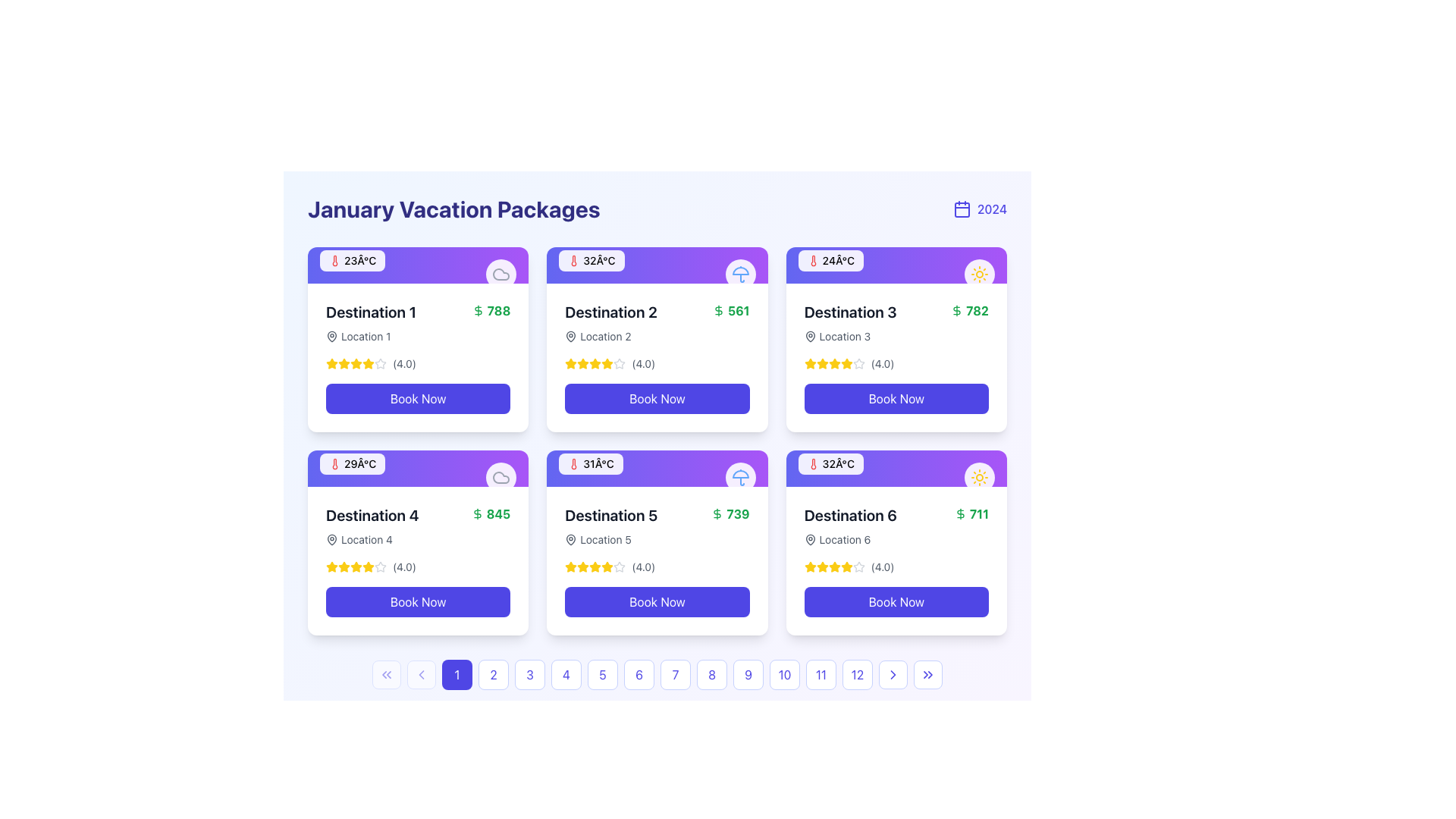 The width and height of the screenshot is (1456, 819). Describe the element at coordinates (748, 674) in the screenshot. I see `the button displaying the number '9' with a white background and indigo border` at that location.